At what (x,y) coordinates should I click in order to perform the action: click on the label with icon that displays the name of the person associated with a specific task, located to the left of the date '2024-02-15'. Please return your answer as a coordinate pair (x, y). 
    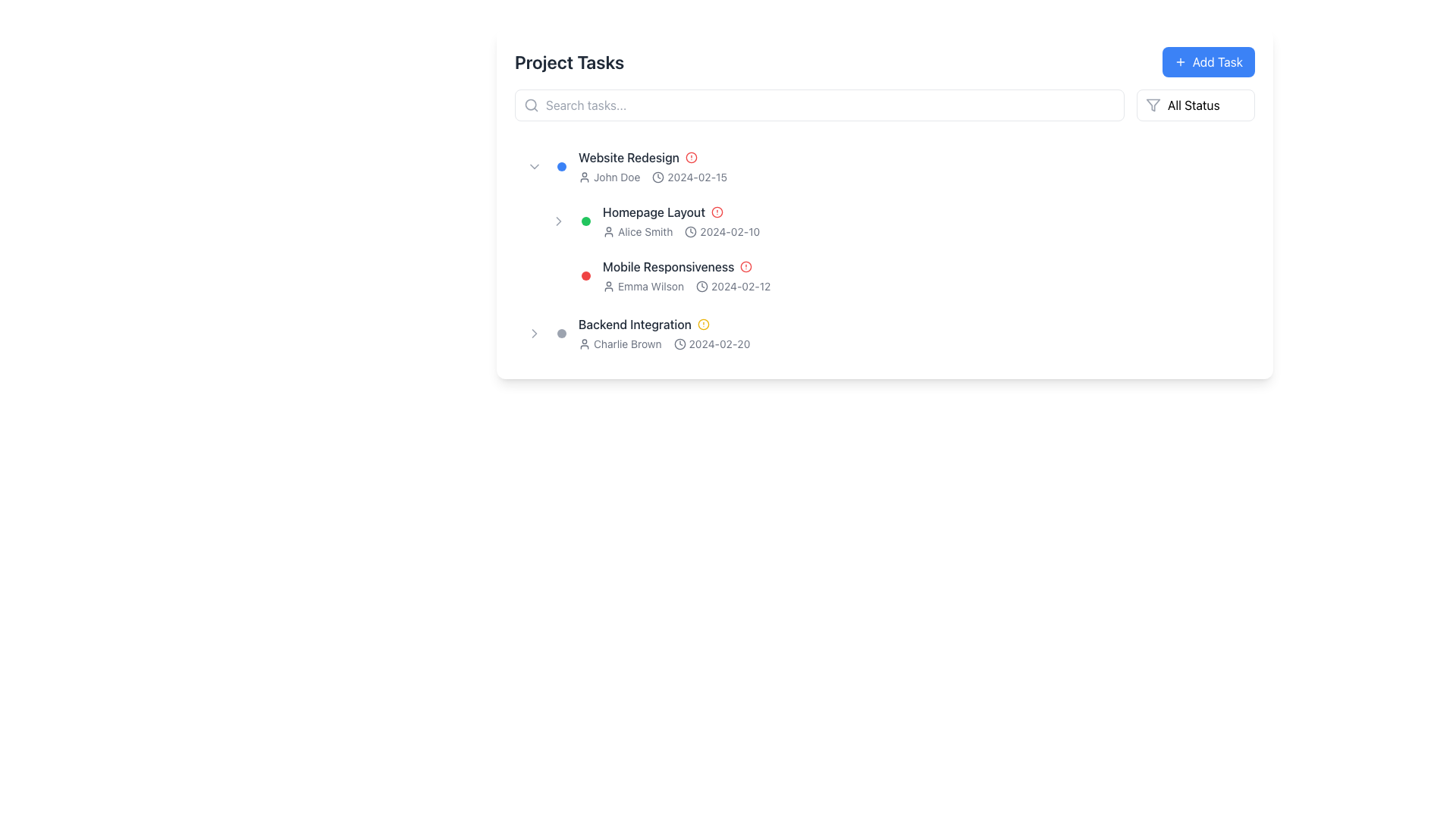
    Looking at the image, I should click on (609, 177).